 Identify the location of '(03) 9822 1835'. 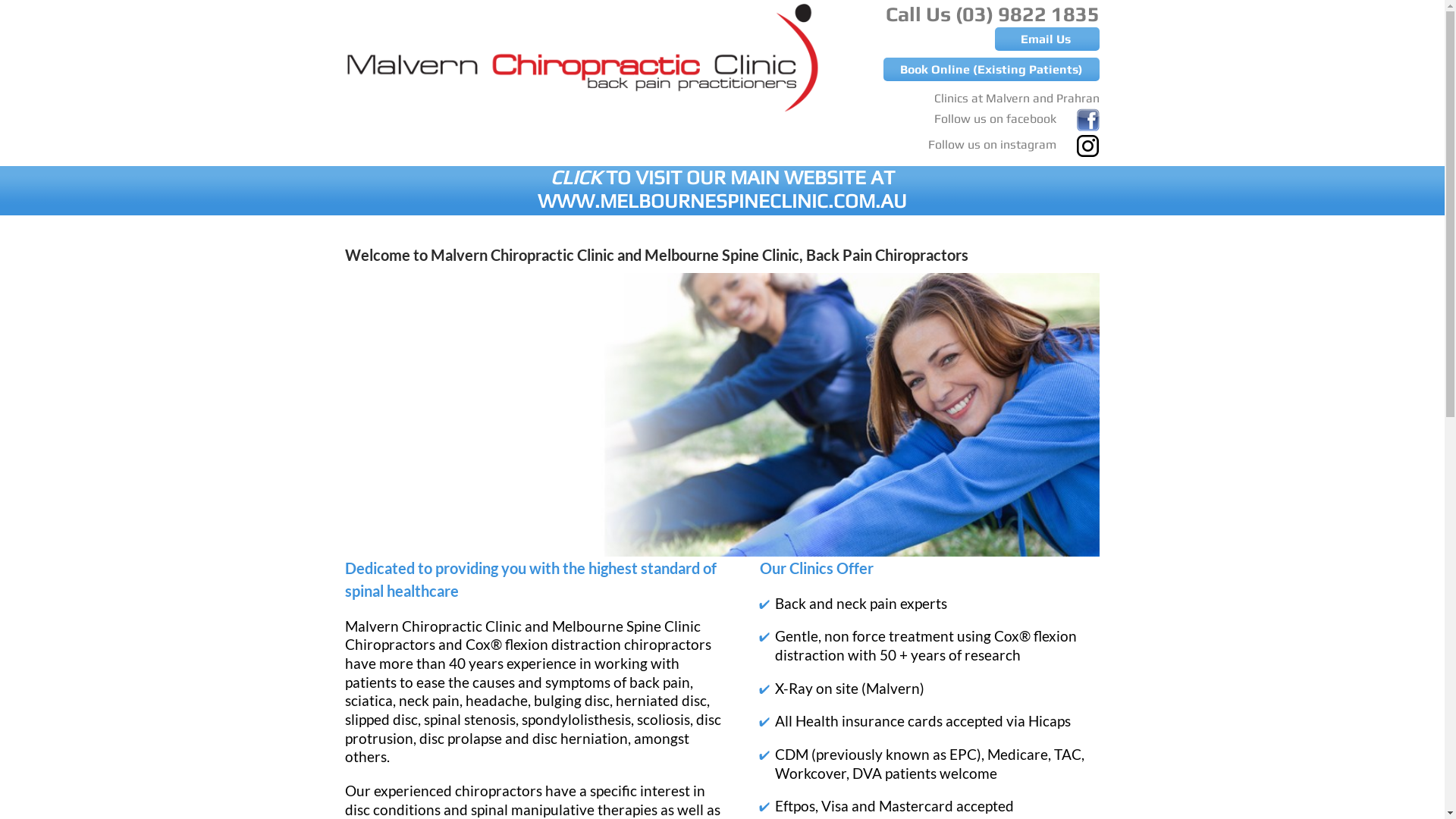
(1027, 14).